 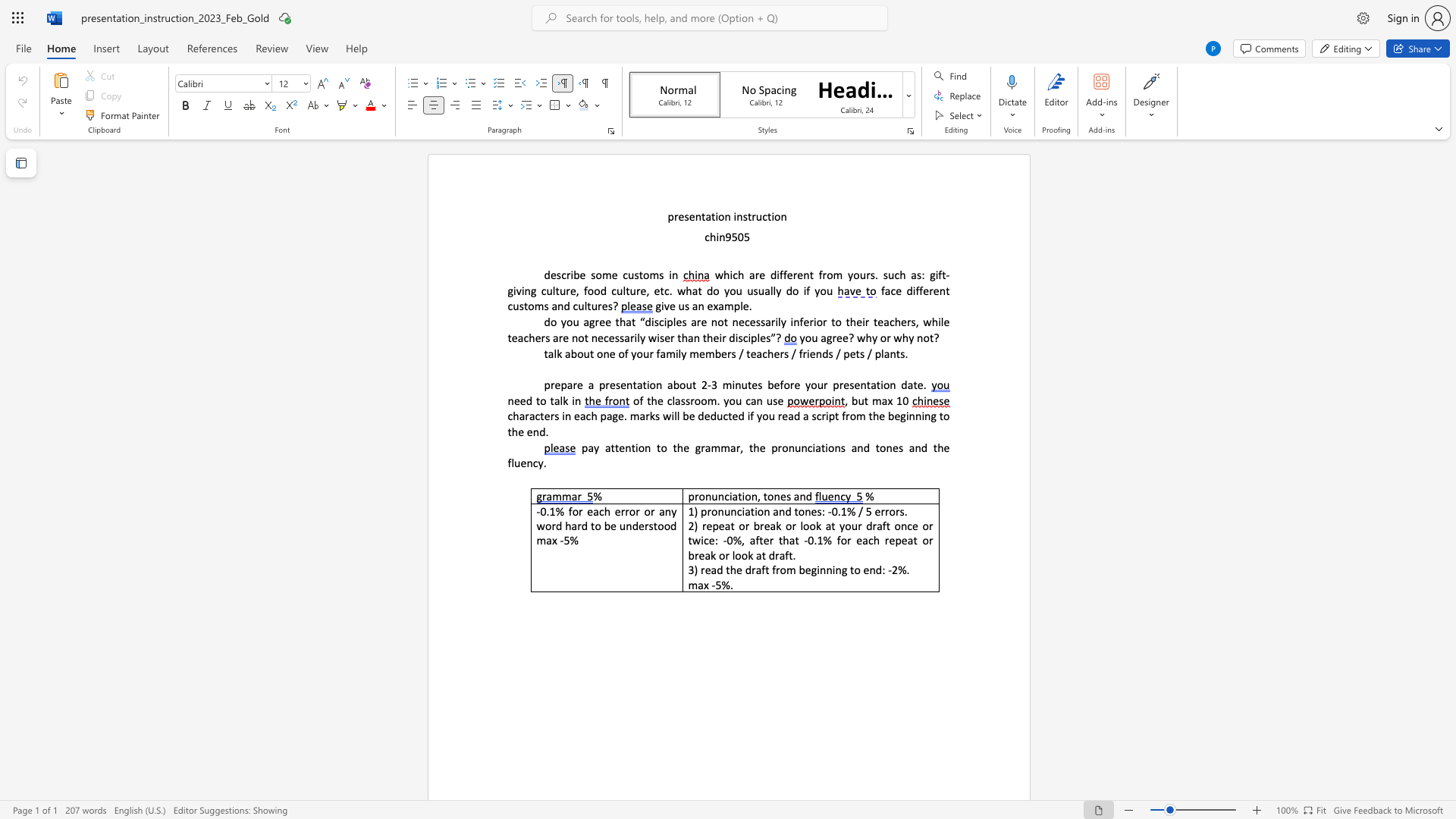 I want to click on the subset text "agree? why or why not?" within the text "you agree? why or why not?", so click(x=820, y=337).